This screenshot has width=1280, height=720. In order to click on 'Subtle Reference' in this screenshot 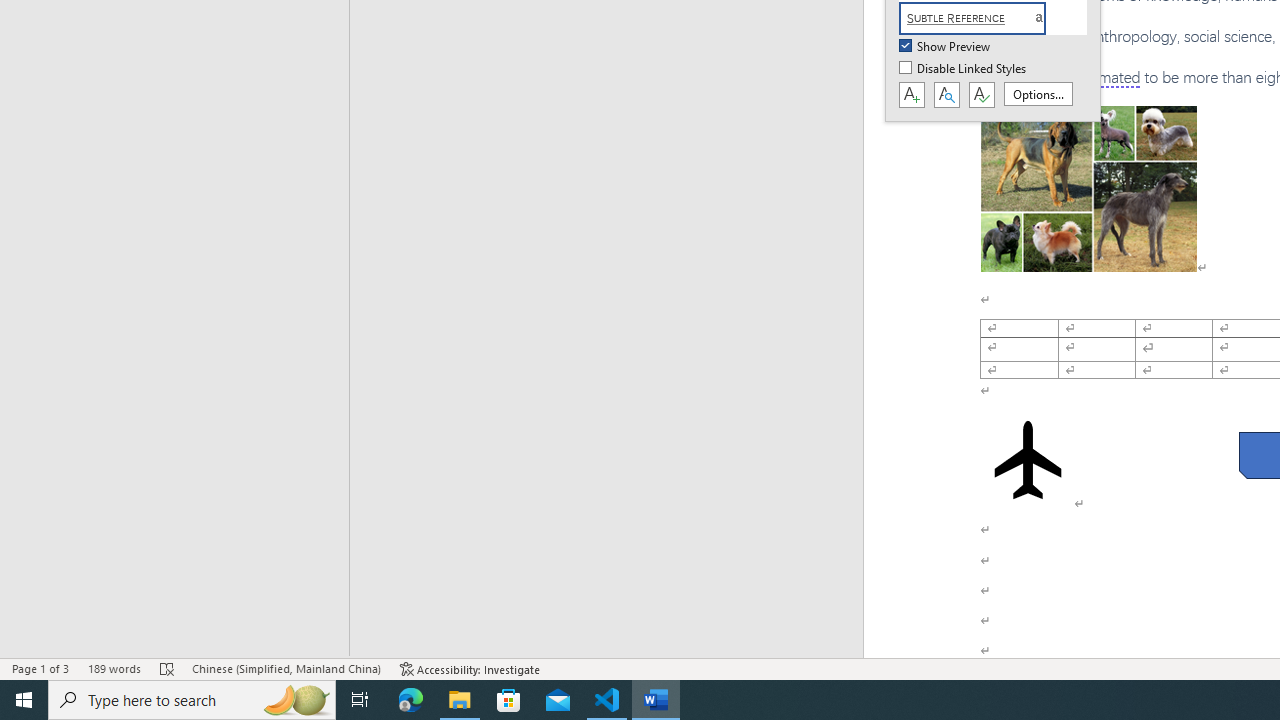, I will do `click(984, 18)`.